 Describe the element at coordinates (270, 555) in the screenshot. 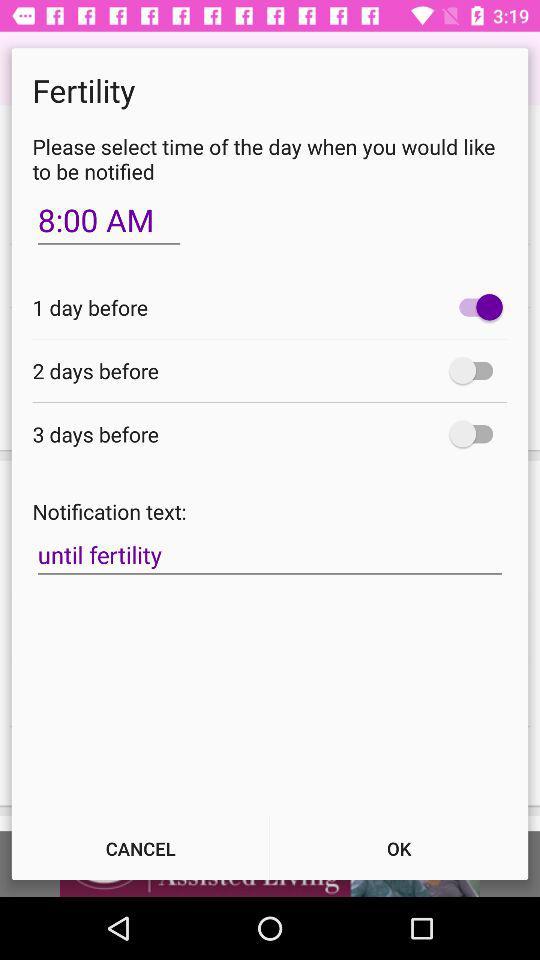

I see `until fertility item` at that location.